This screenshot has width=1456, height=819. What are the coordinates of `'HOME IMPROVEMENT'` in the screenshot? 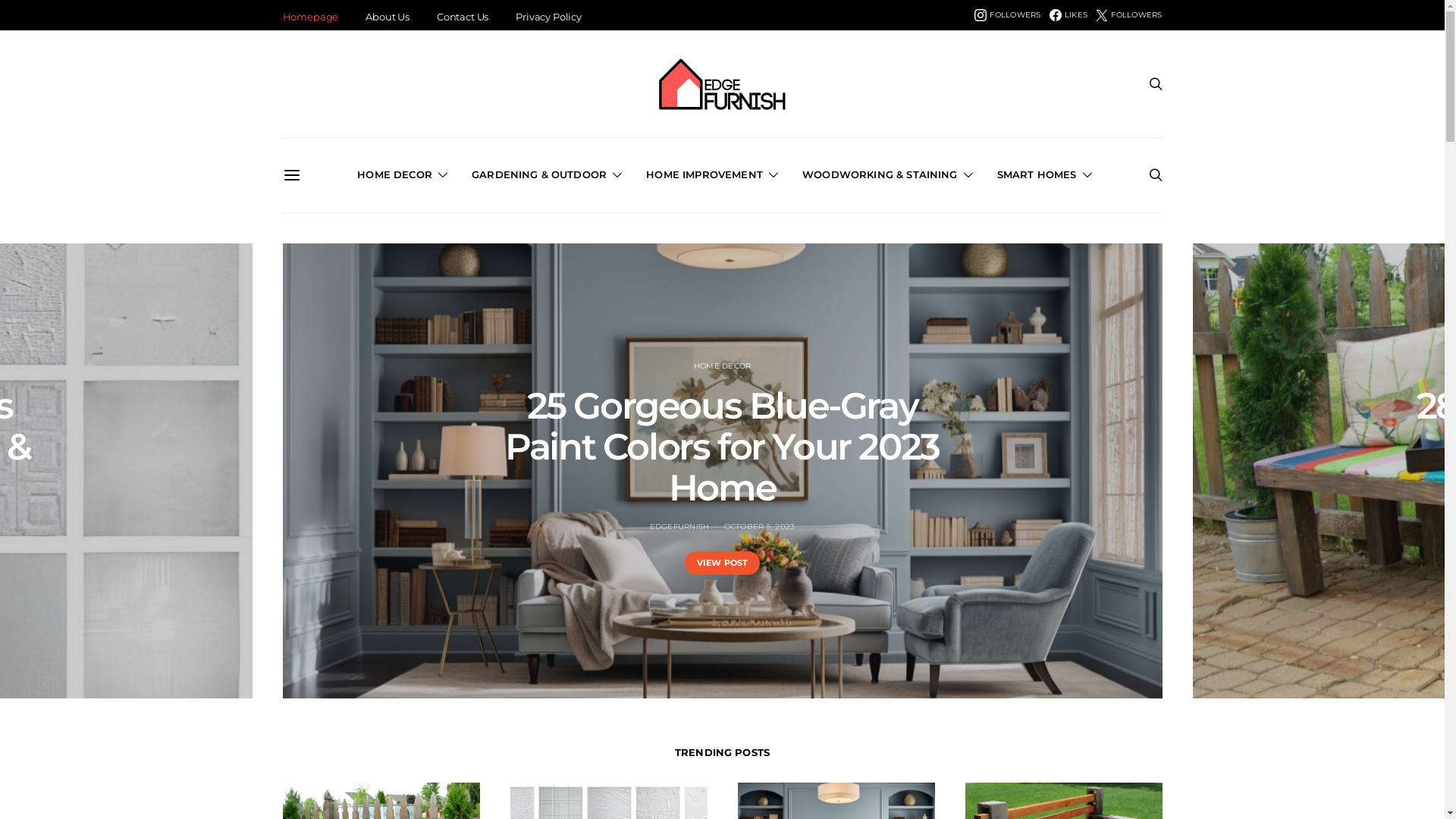 It's located at (645, 174).